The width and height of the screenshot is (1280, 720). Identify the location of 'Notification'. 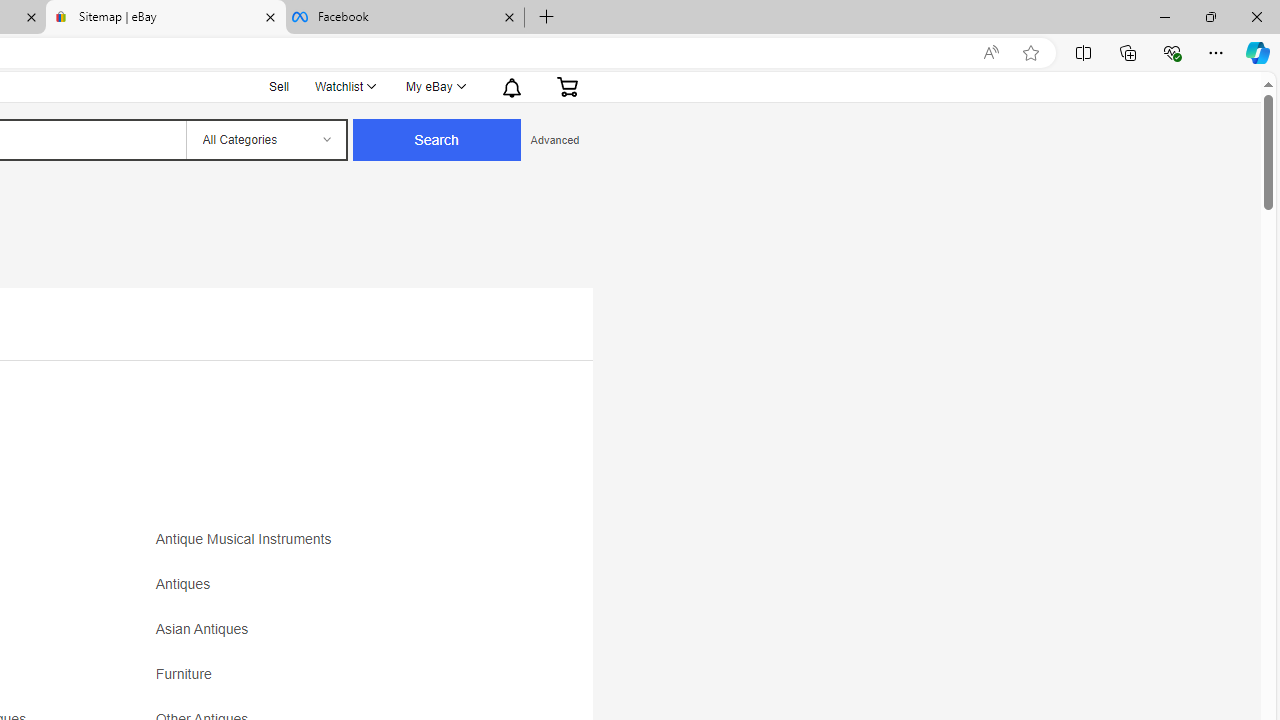
(512, 85).